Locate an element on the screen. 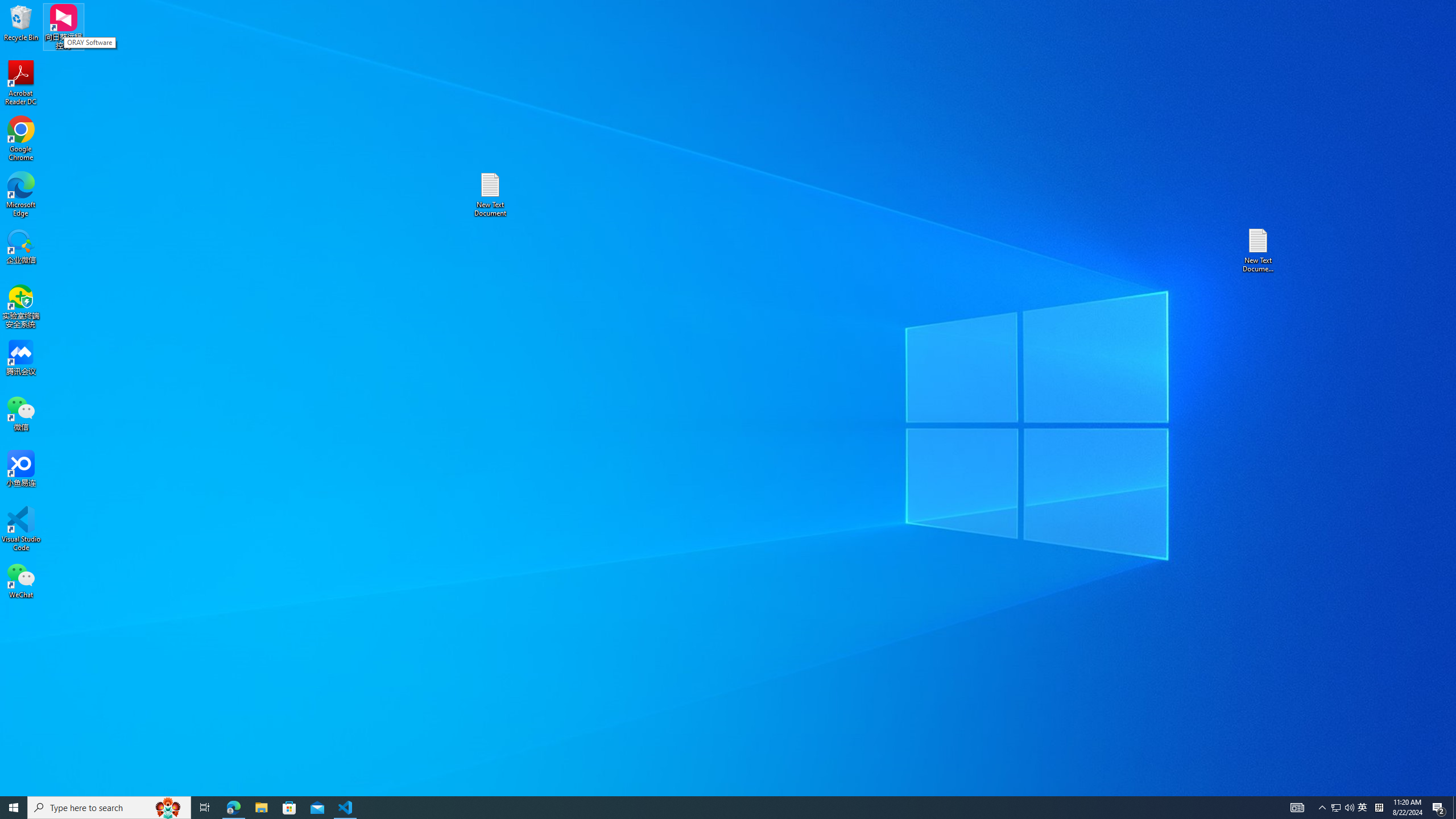  'Microsoft Edge' is located at coordinates (20, 194).